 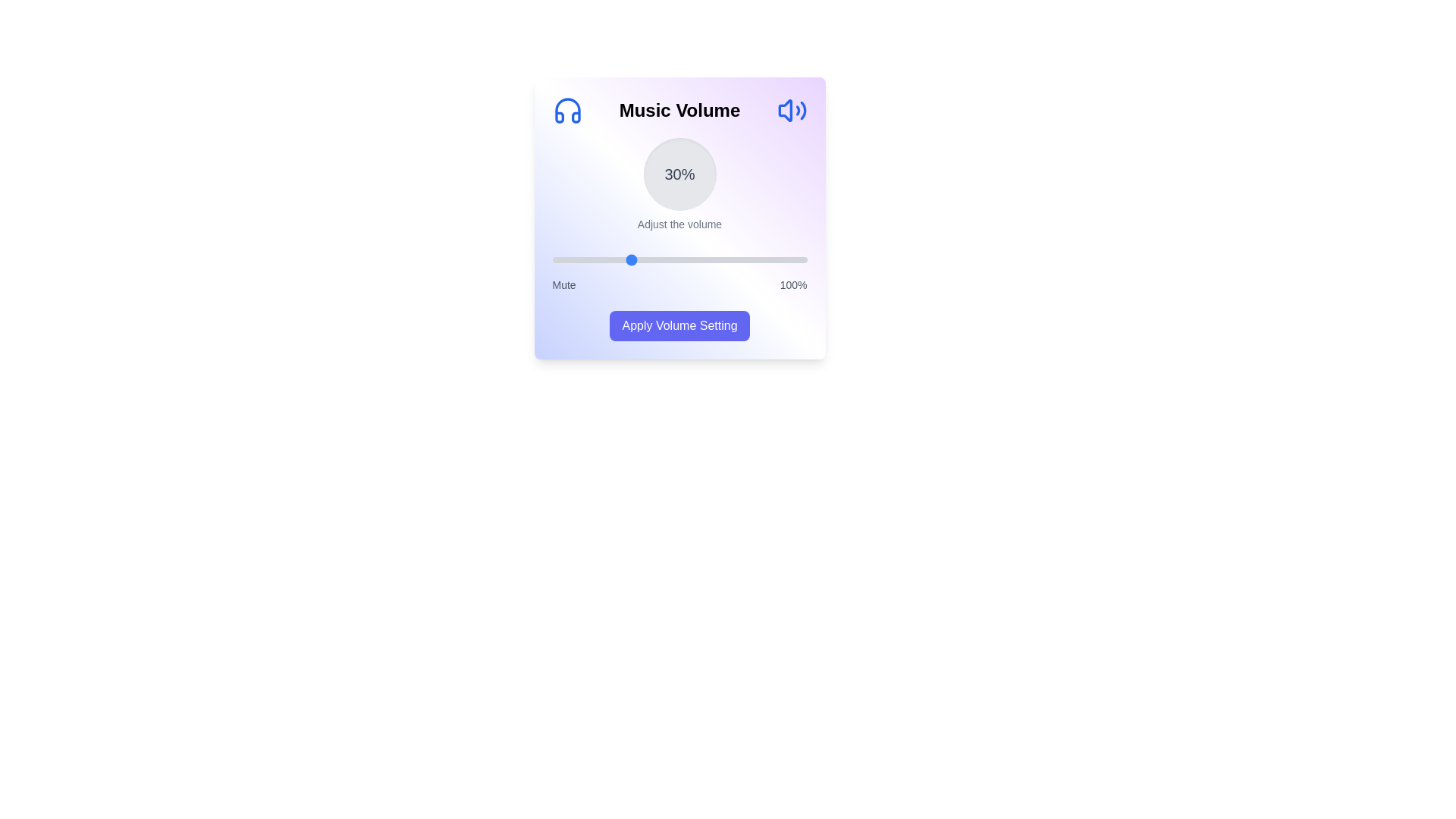 I want to click on the volume slider to 85%, so click(x=769, y=259).